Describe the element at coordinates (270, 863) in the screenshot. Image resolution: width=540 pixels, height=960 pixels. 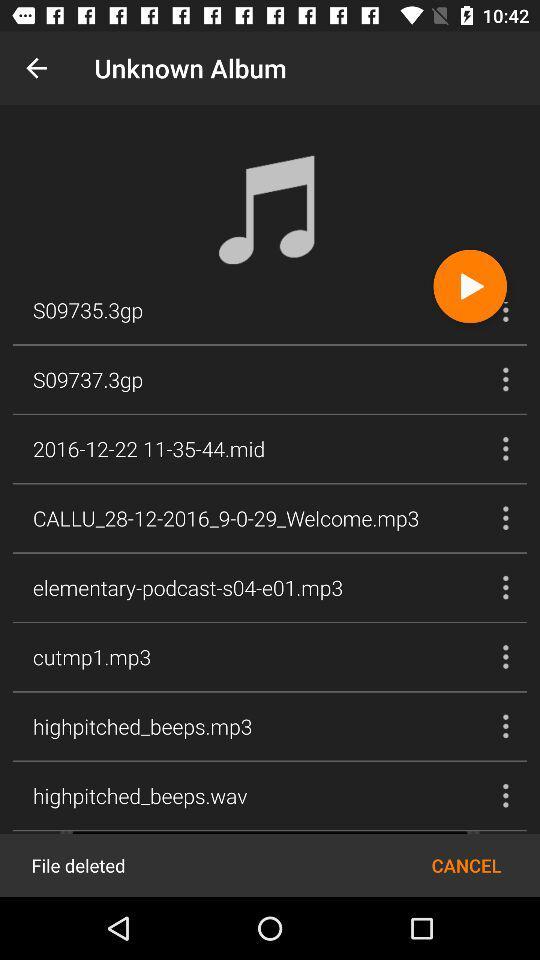
I see `this section allows you to cancel the play or delete the file entirely` at that location.